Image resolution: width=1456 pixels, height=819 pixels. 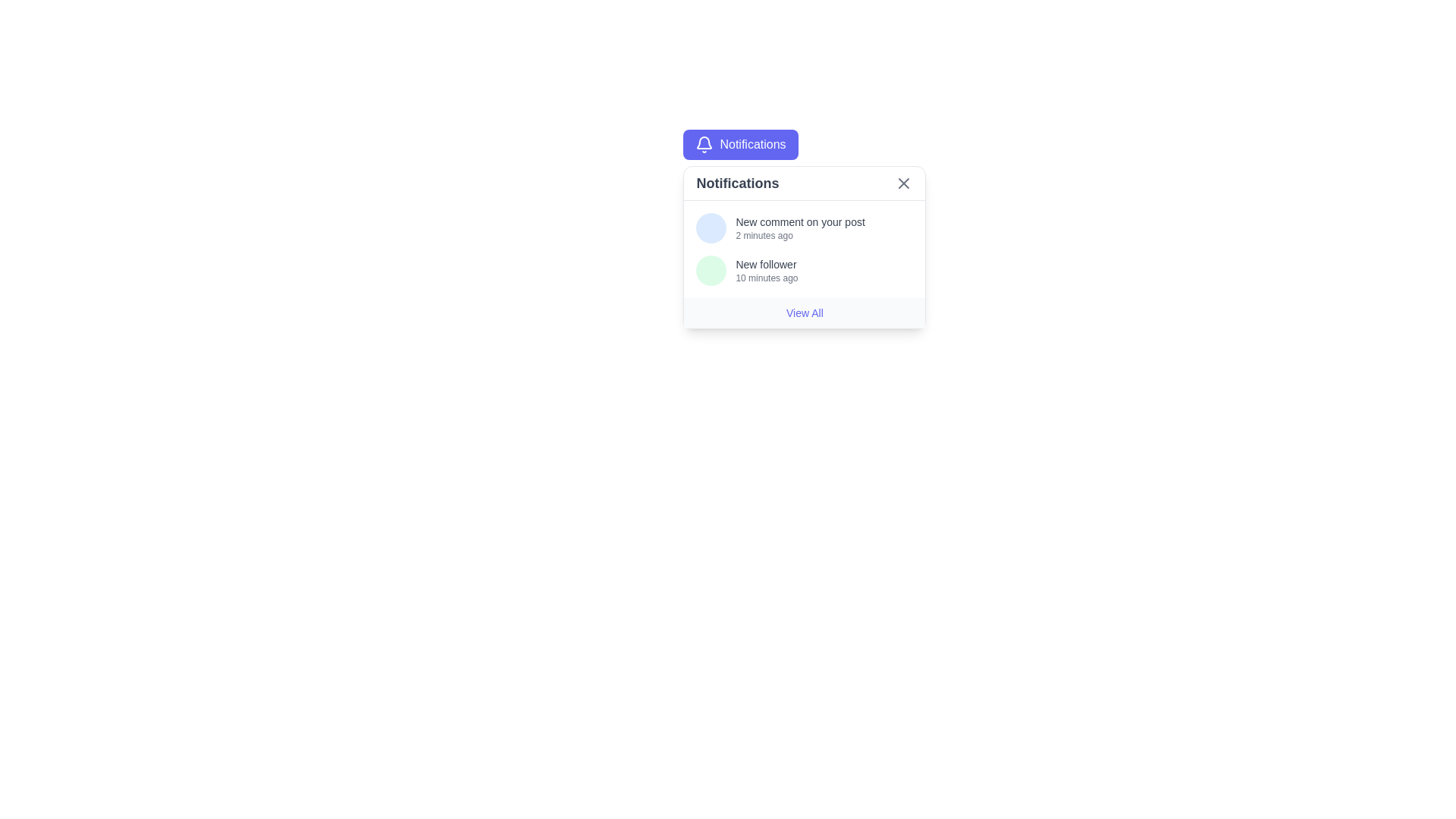 What do you see at coordinates (799, 227) in the screenshot?
I see `notification message about a new comment on the user's post located in the upper-right notification area, which is the first notification in the list` at bounding box center [799, 227].